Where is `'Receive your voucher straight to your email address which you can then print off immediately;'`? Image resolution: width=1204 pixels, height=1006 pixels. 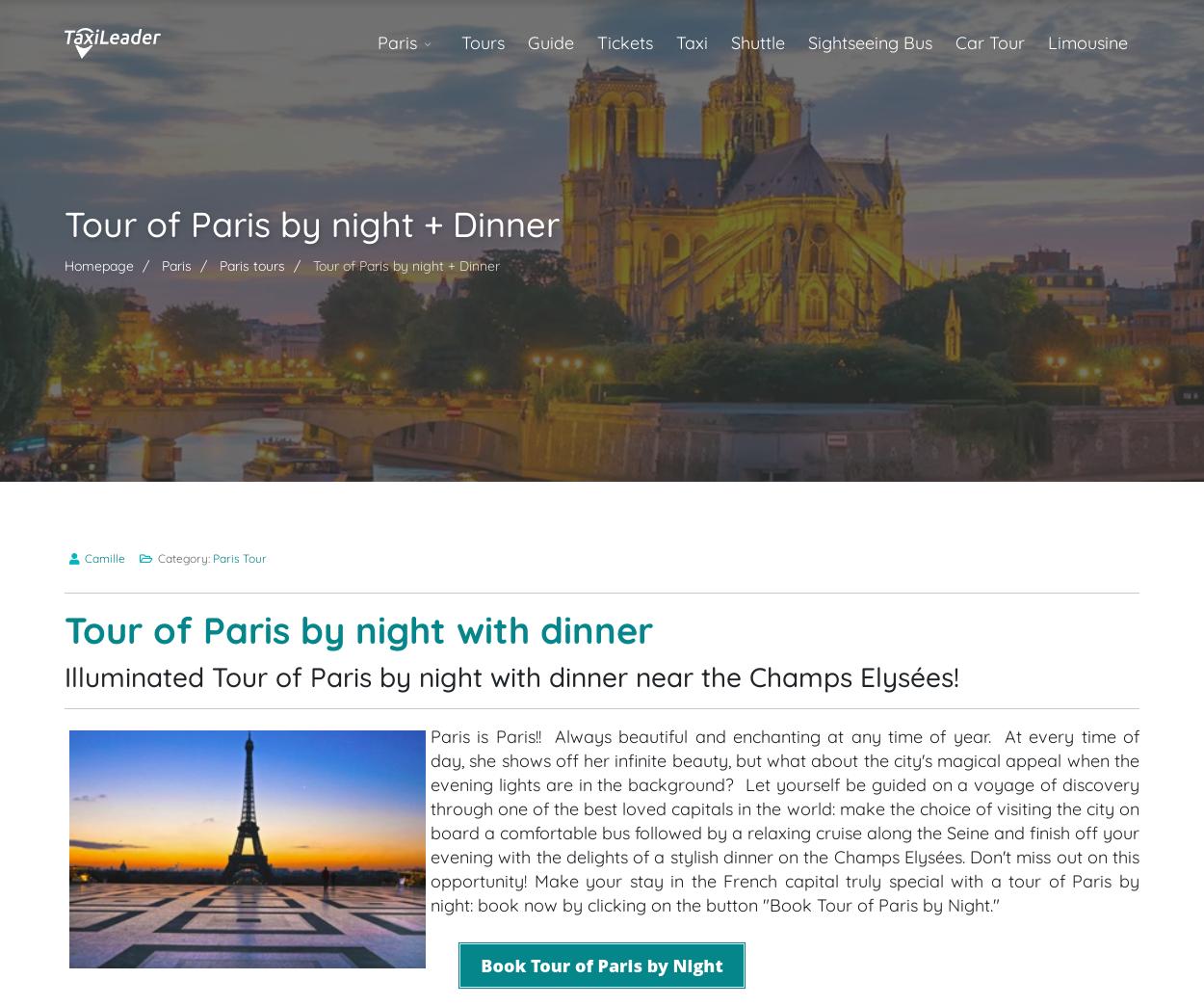 'Receive your voucher straight to your email address which you can then print off immediately;' is located at coordinates (462, 772).